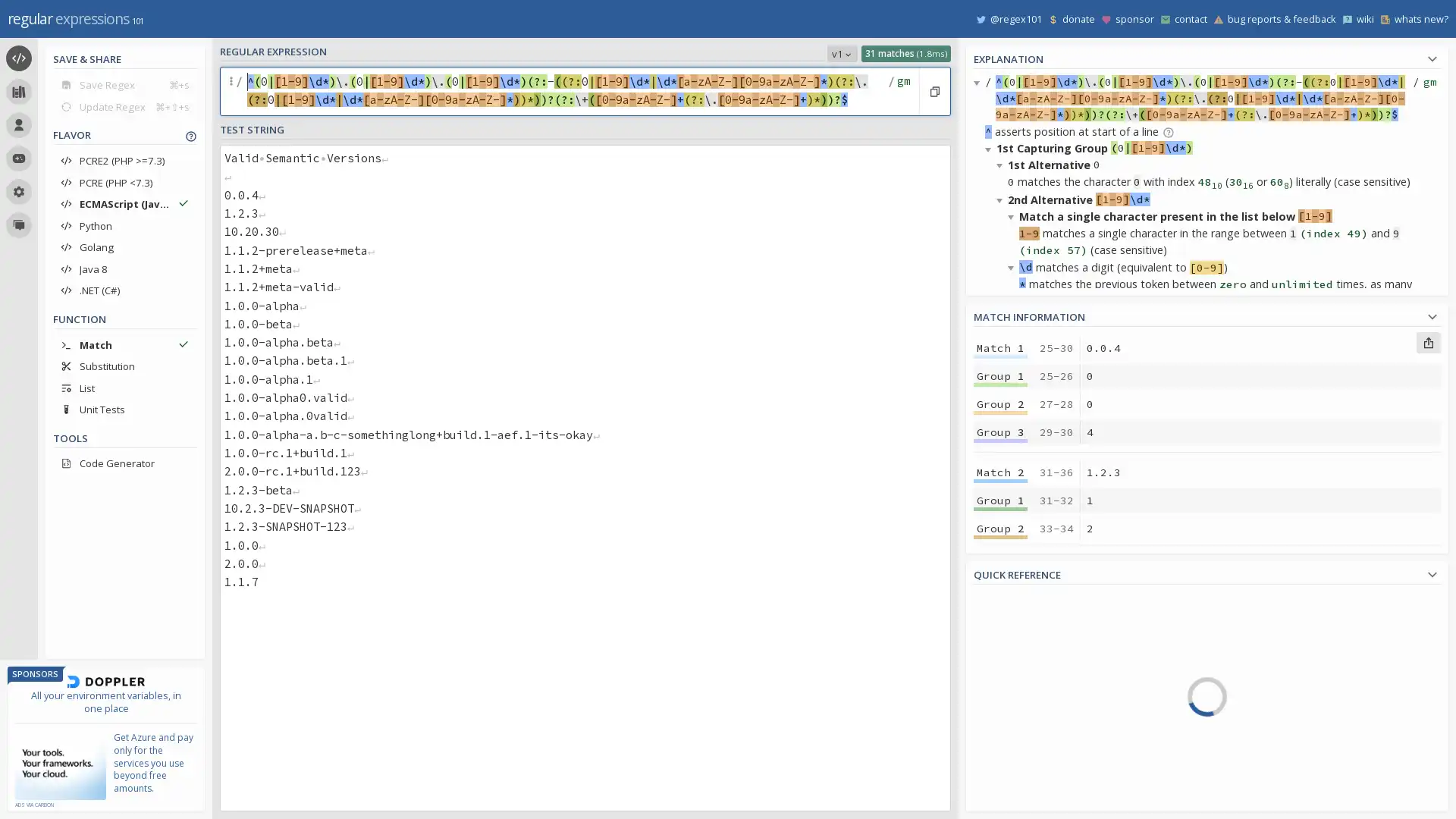 The height and width of the screenshot is (819, 1456). Describe the element at coordinates (1044, 736) in the screenshot. I see `Quantifiers` at that location.